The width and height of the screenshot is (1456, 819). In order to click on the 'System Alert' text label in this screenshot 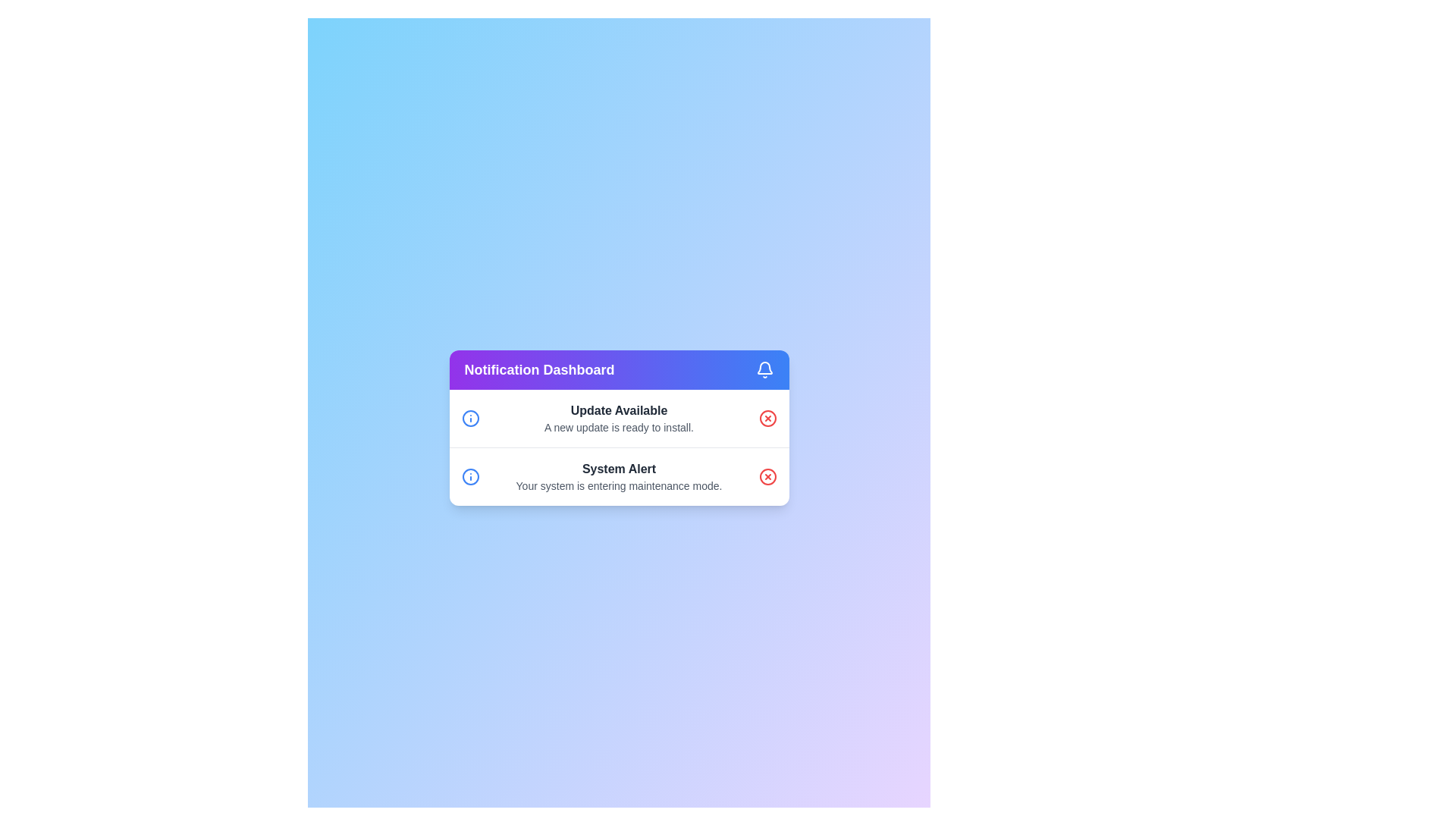, I will do `click(619, 468)`.